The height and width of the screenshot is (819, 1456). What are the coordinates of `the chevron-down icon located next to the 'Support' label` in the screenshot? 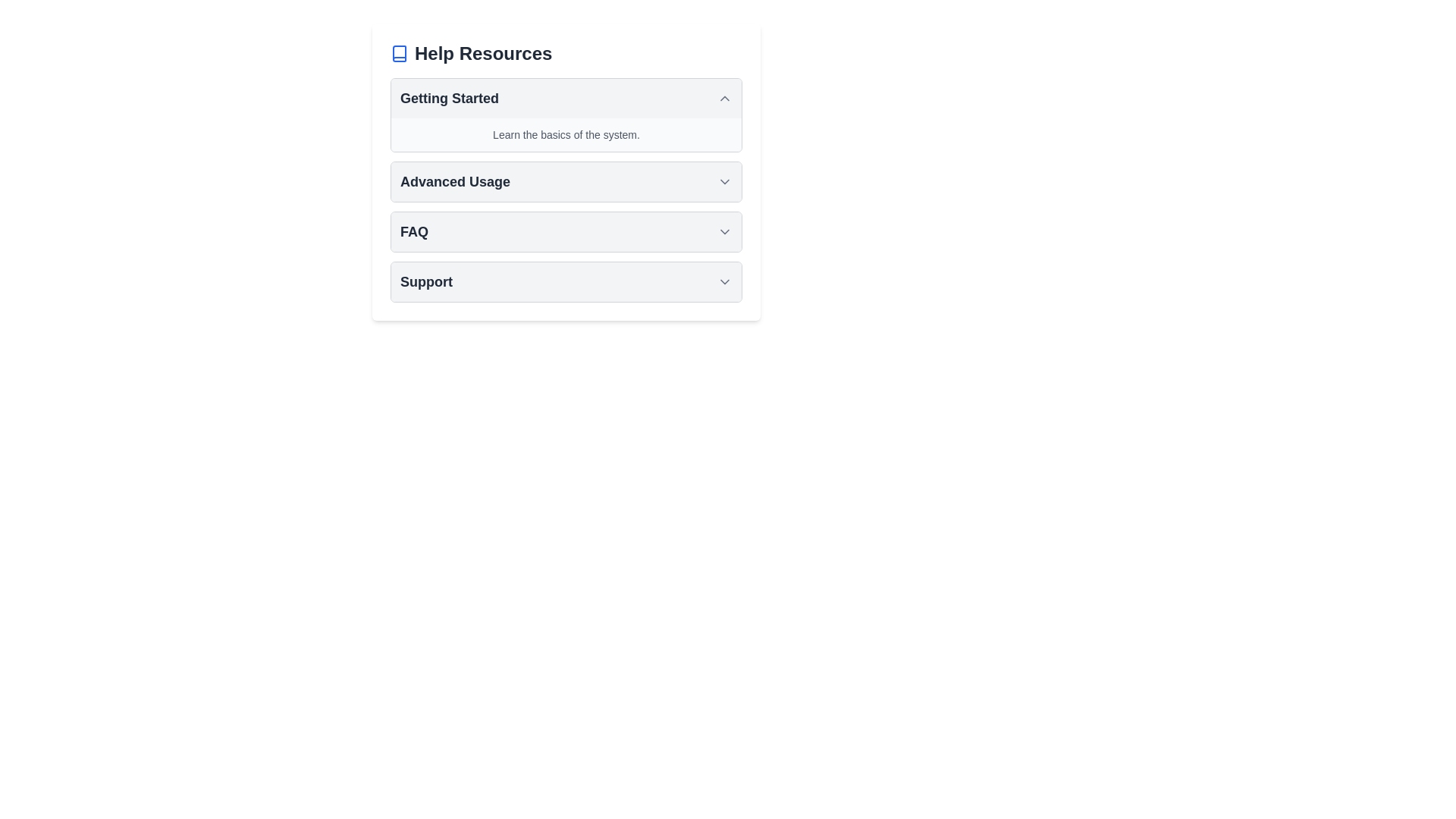 It's located at (723, 281).